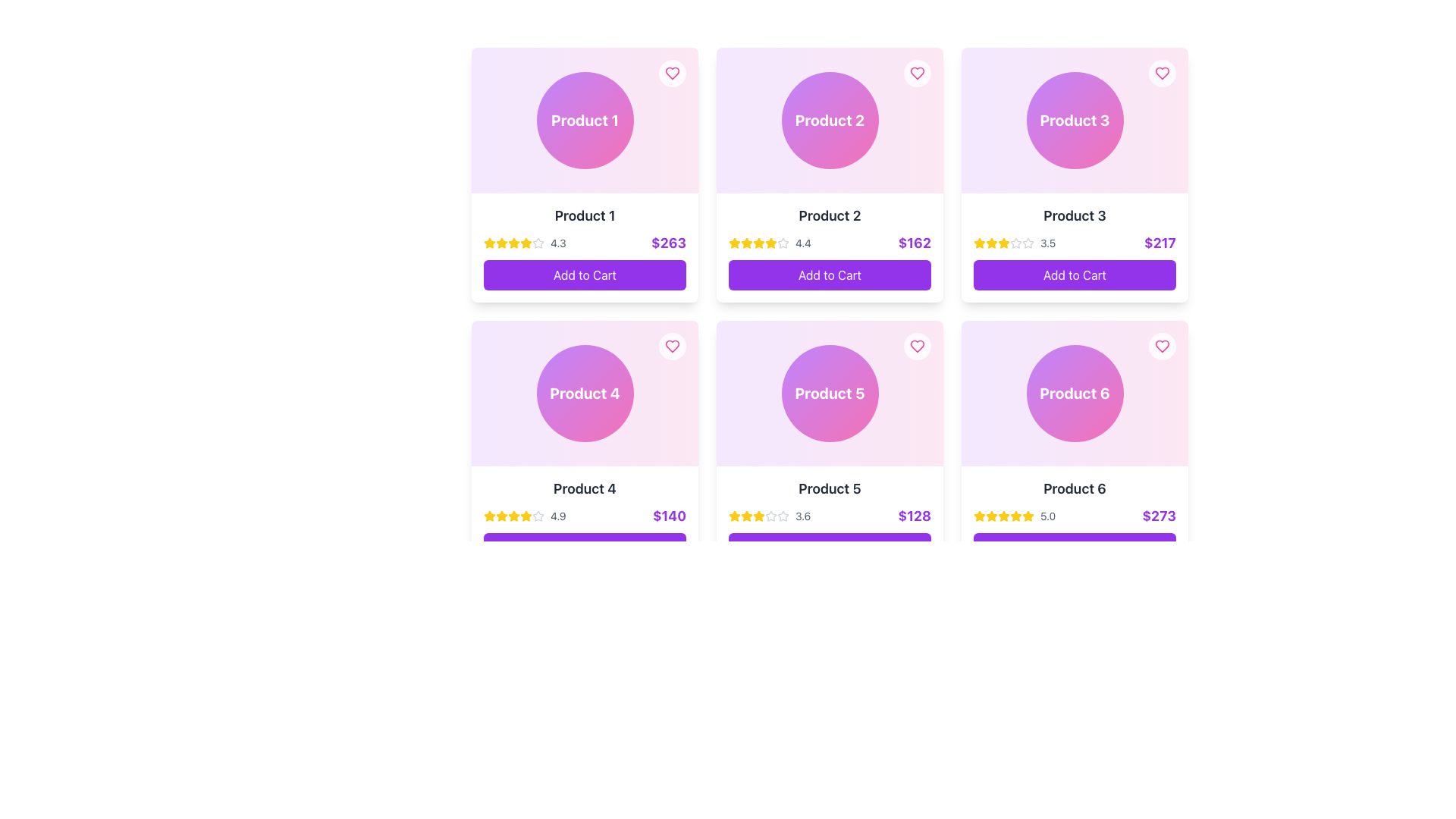 This screenshot has height=819, width=1456. What do you see at coordinates (916, 346) in the screenshot?
I see `the small circular button with a pink heart icon located in the upper-right corner of the 'Product 5' card` at bounding box center [916, 346].